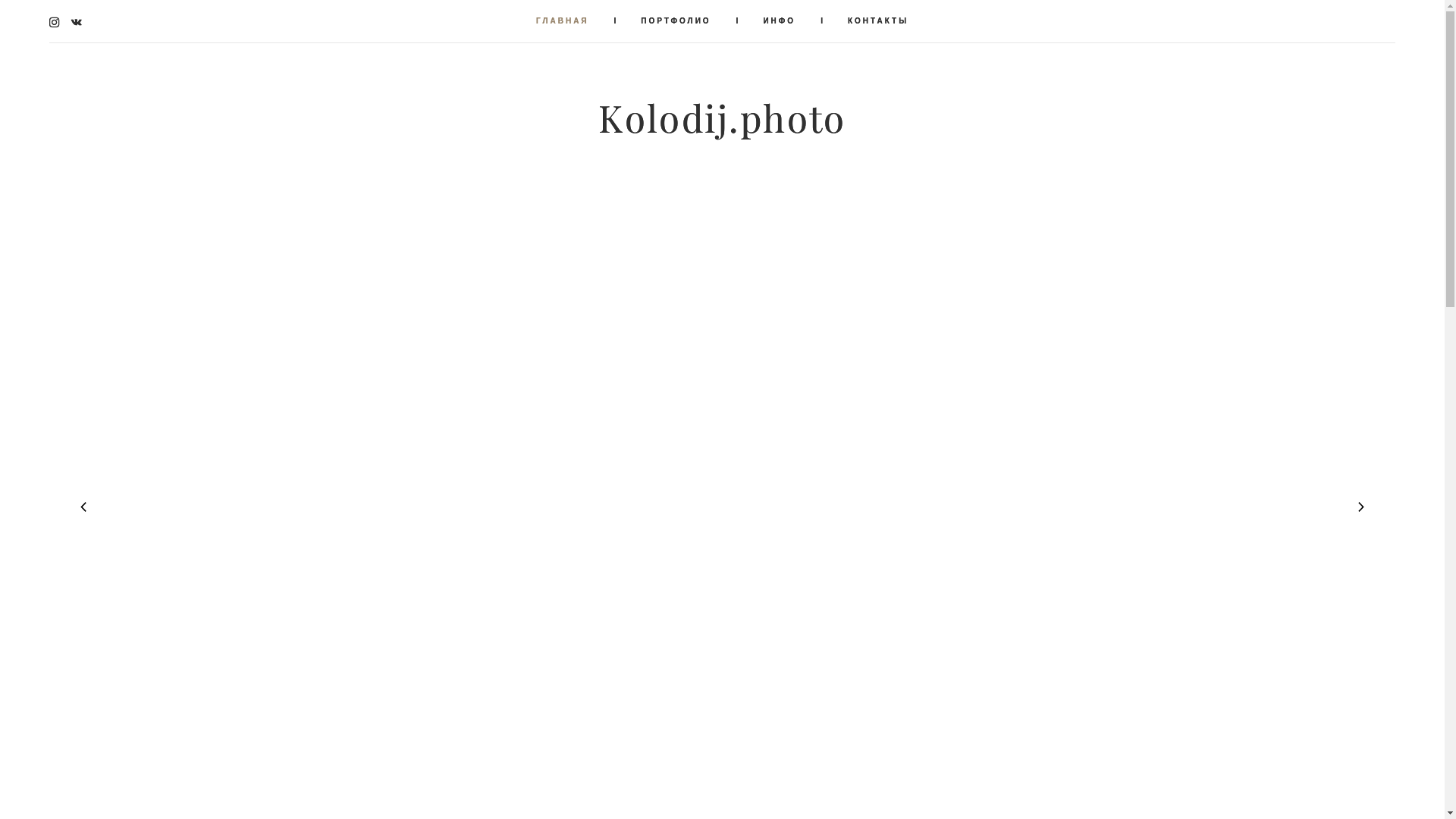 This screenshot has height=819, width=1456. Describe the element at coordinates (721, 118) in the screenshot. I see `'Kolodij.photo'` at that location.